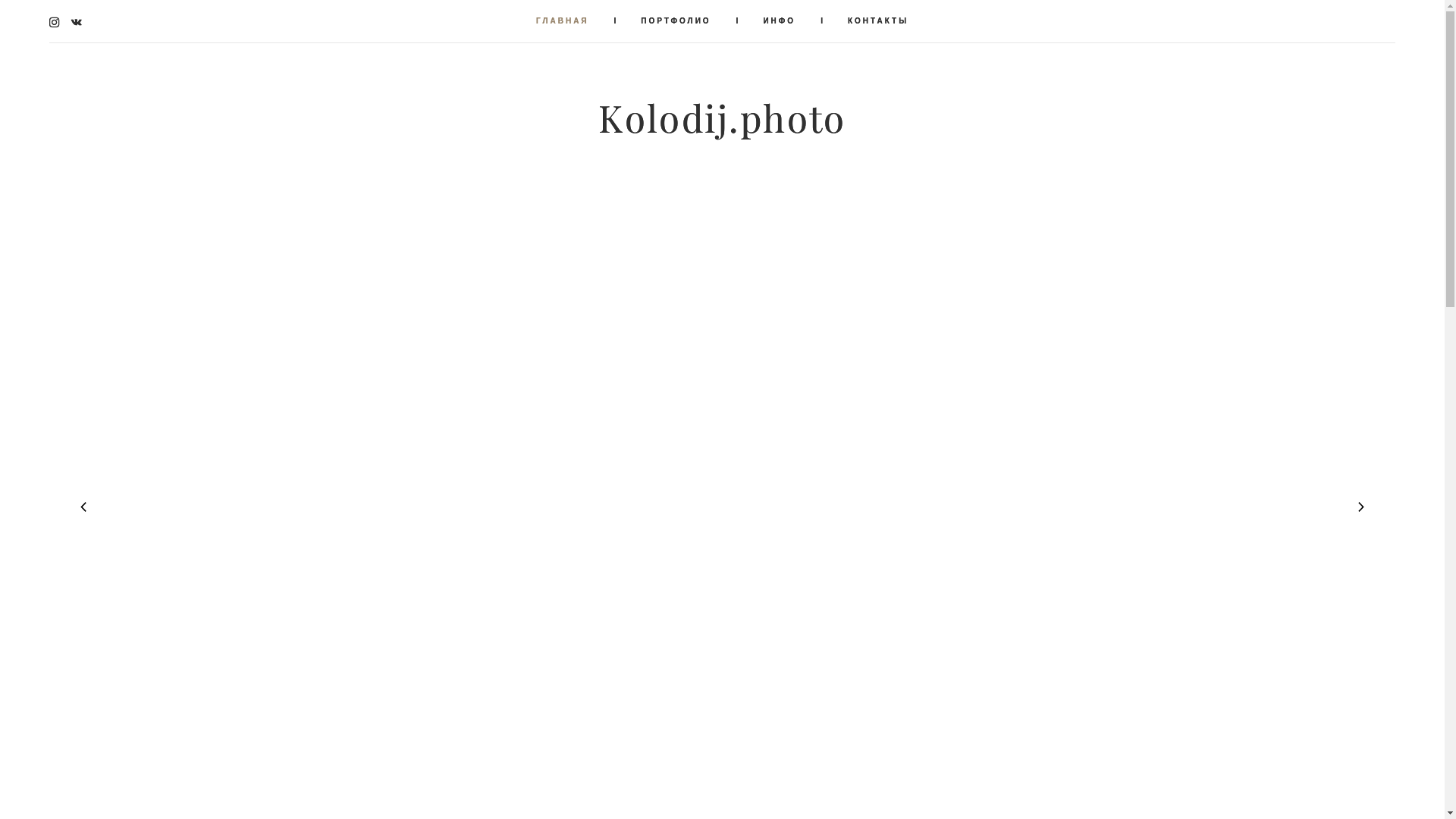 This screenshot has height=819, width=1456. Describe the element at coordinates (721, 118) in the screenshot. I see `'Kolodij.photo'` at that location.